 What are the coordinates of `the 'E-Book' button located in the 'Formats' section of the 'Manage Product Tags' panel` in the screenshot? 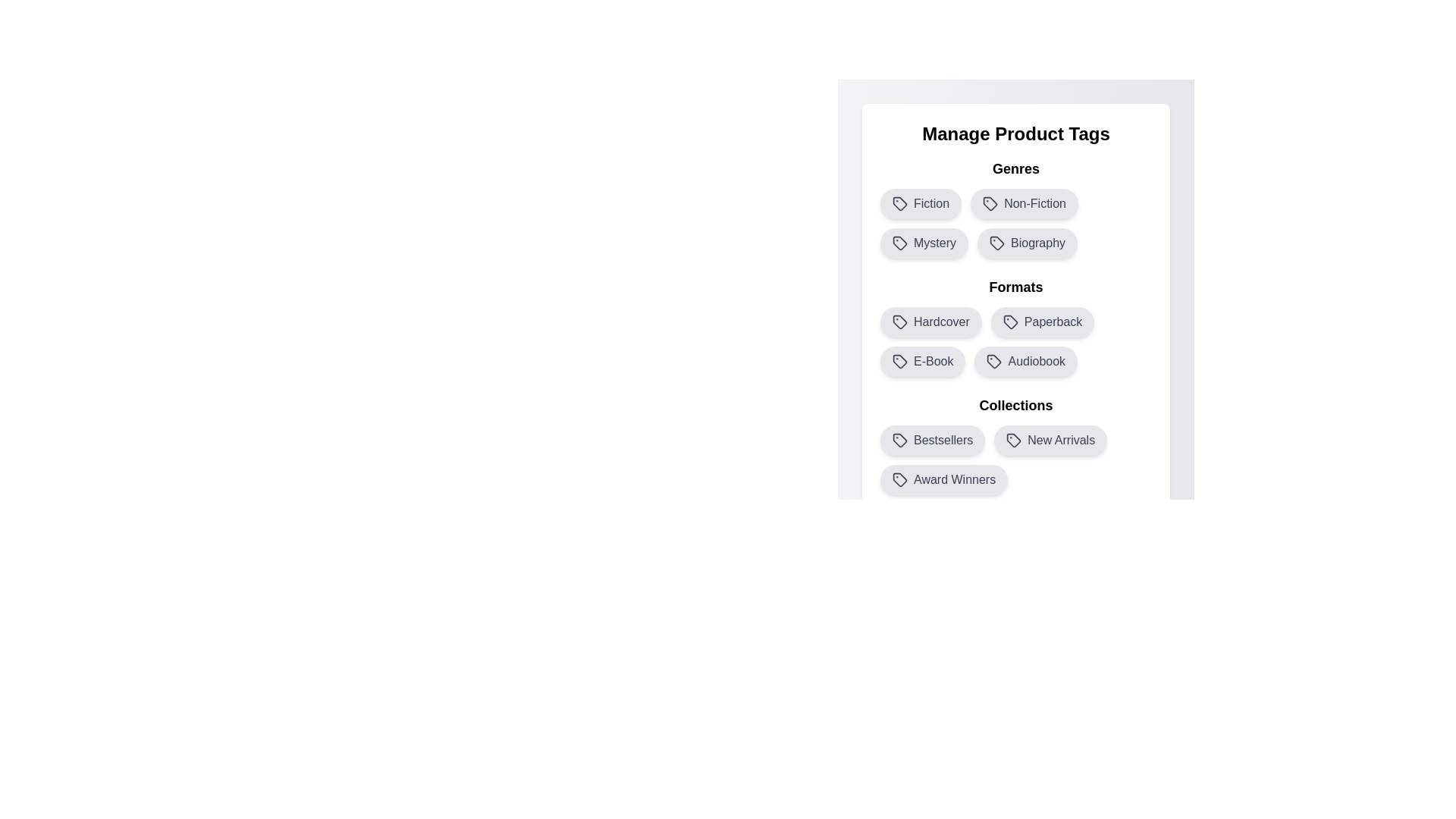 It's located at (922, 362).